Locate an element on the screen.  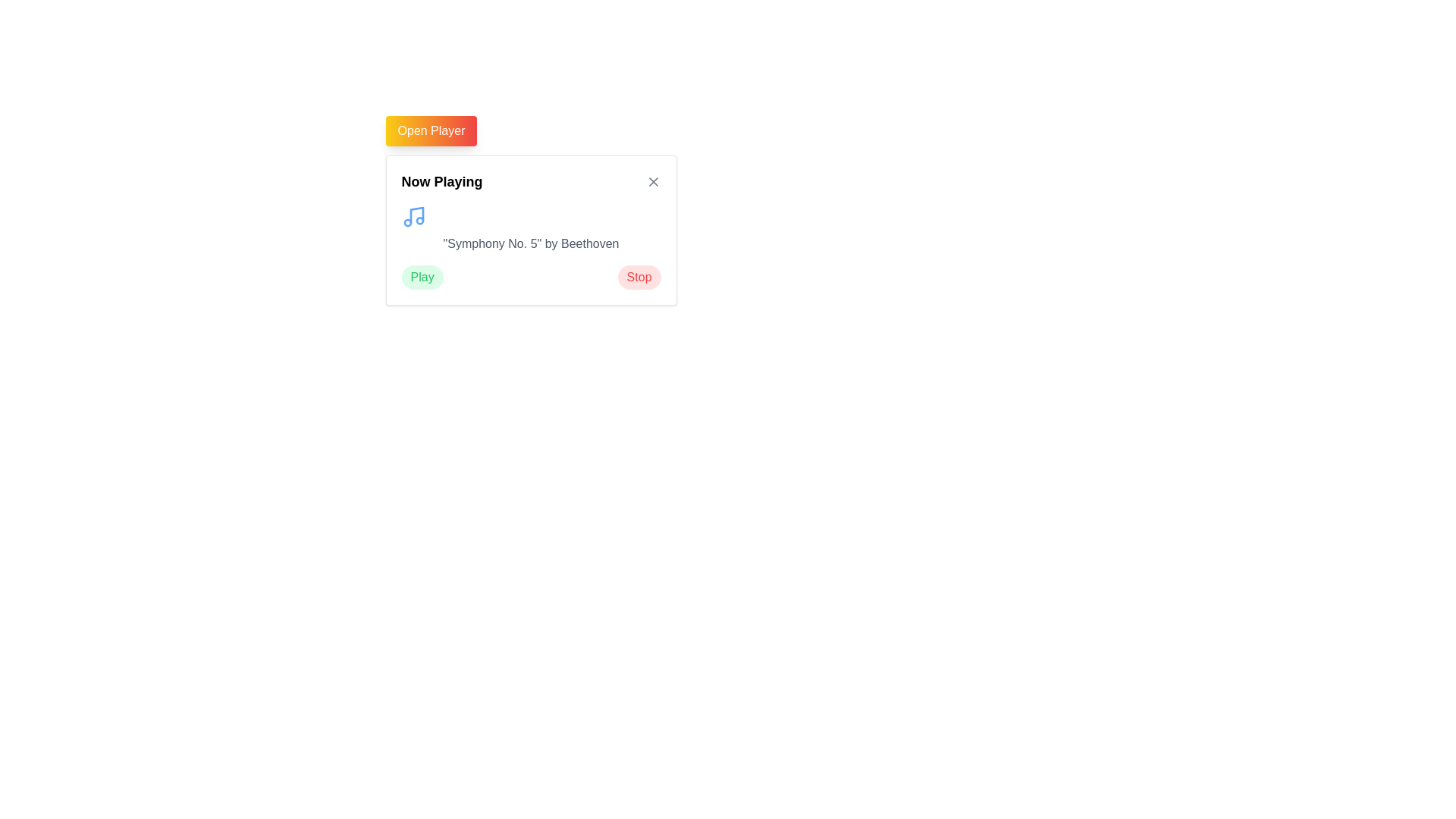
the 'Play' button with a light green background and rounded edges is located at coordinates (422, 278).